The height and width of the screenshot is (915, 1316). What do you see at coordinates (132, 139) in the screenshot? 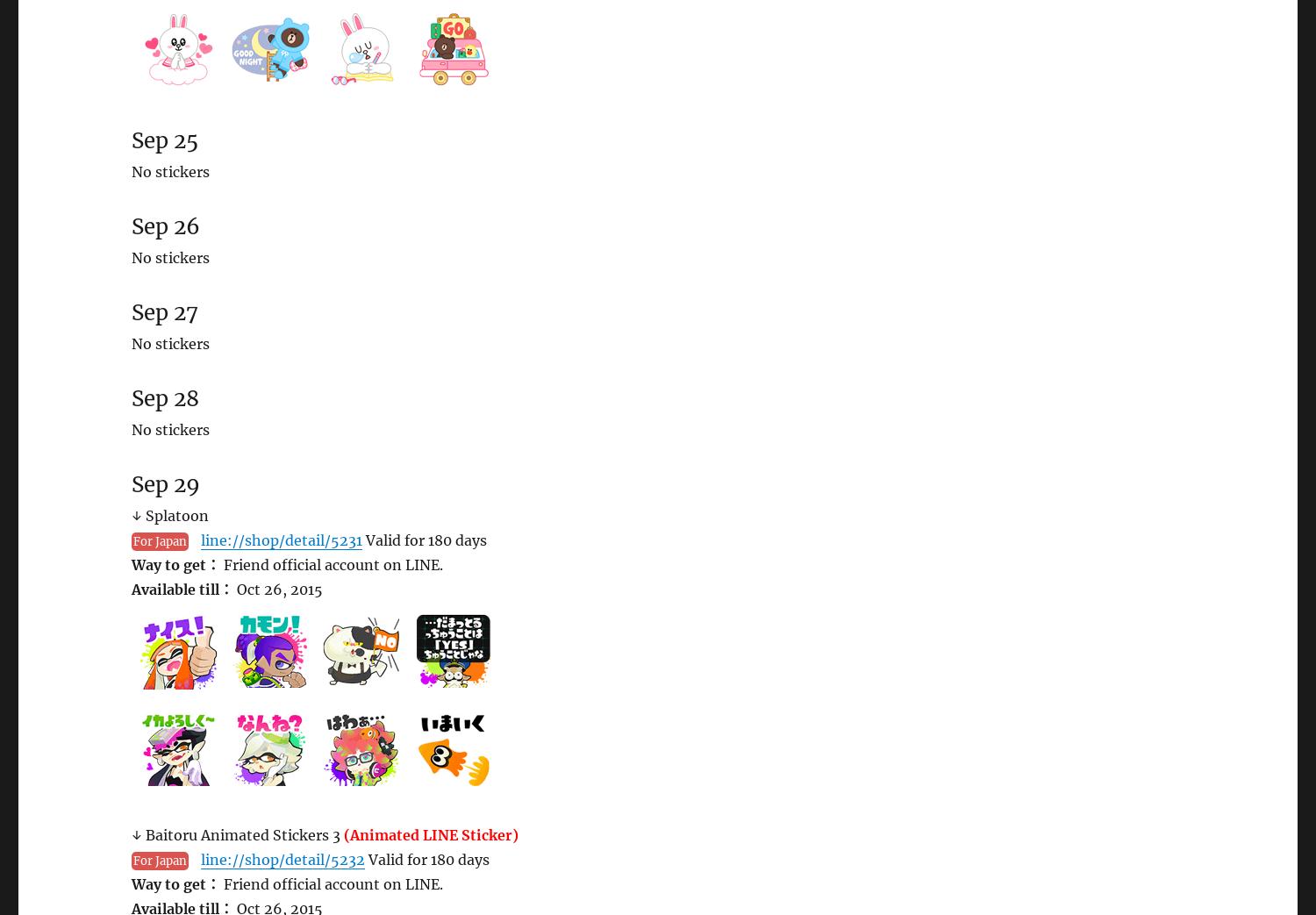
I see `'Sep 25'` at bounding box center [132, 139].